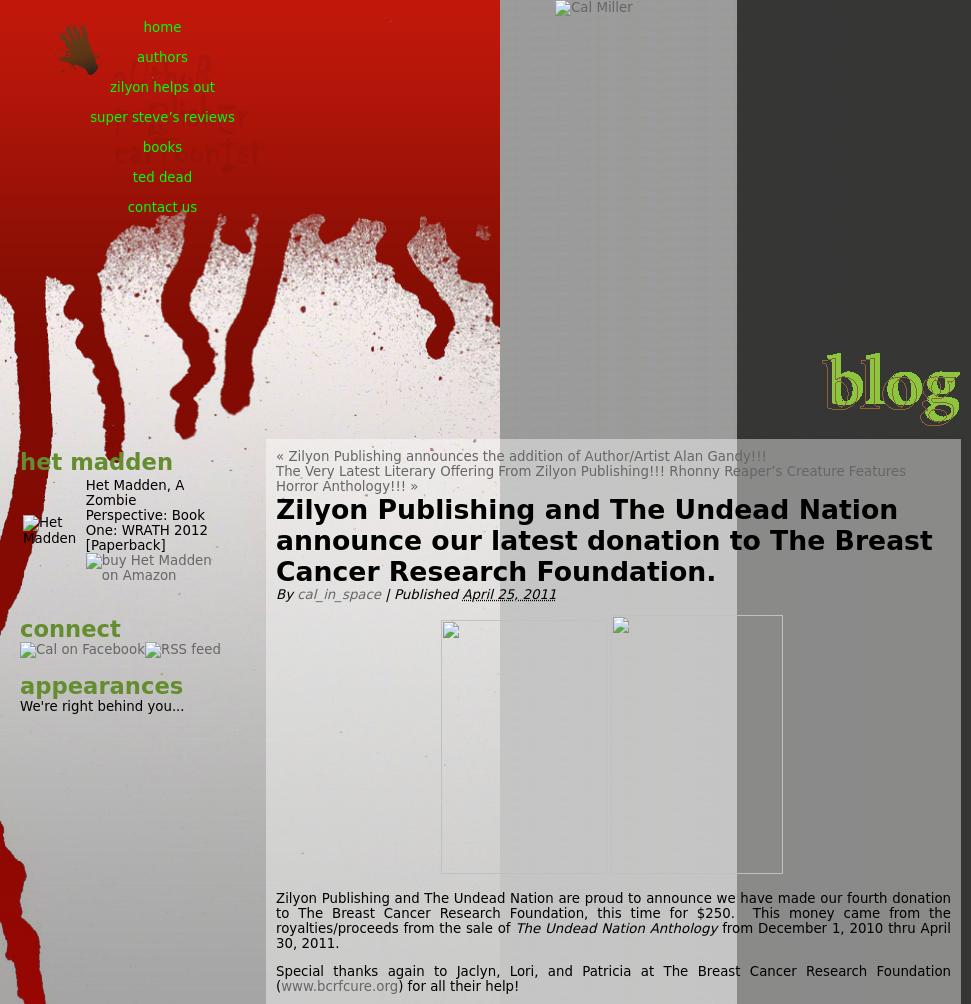 This screenshot has width=971, height=1004. What do you see at coordinates (89, 117) in the screenshot?
I see `'super steve’s reviews'` at bounding box center [89, 117].